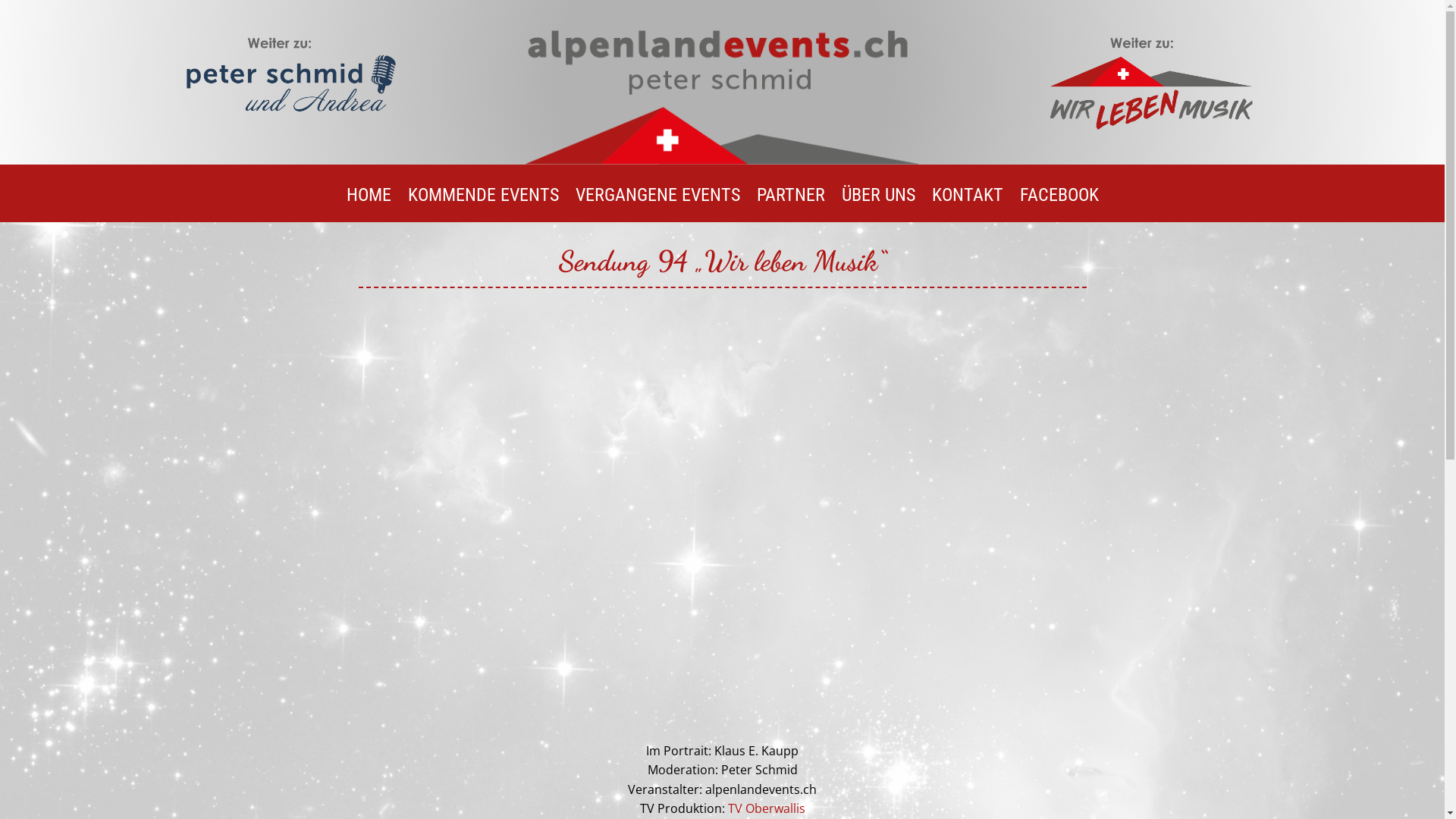  I want to click on 'FACEBOOK', so click(1058, 206).